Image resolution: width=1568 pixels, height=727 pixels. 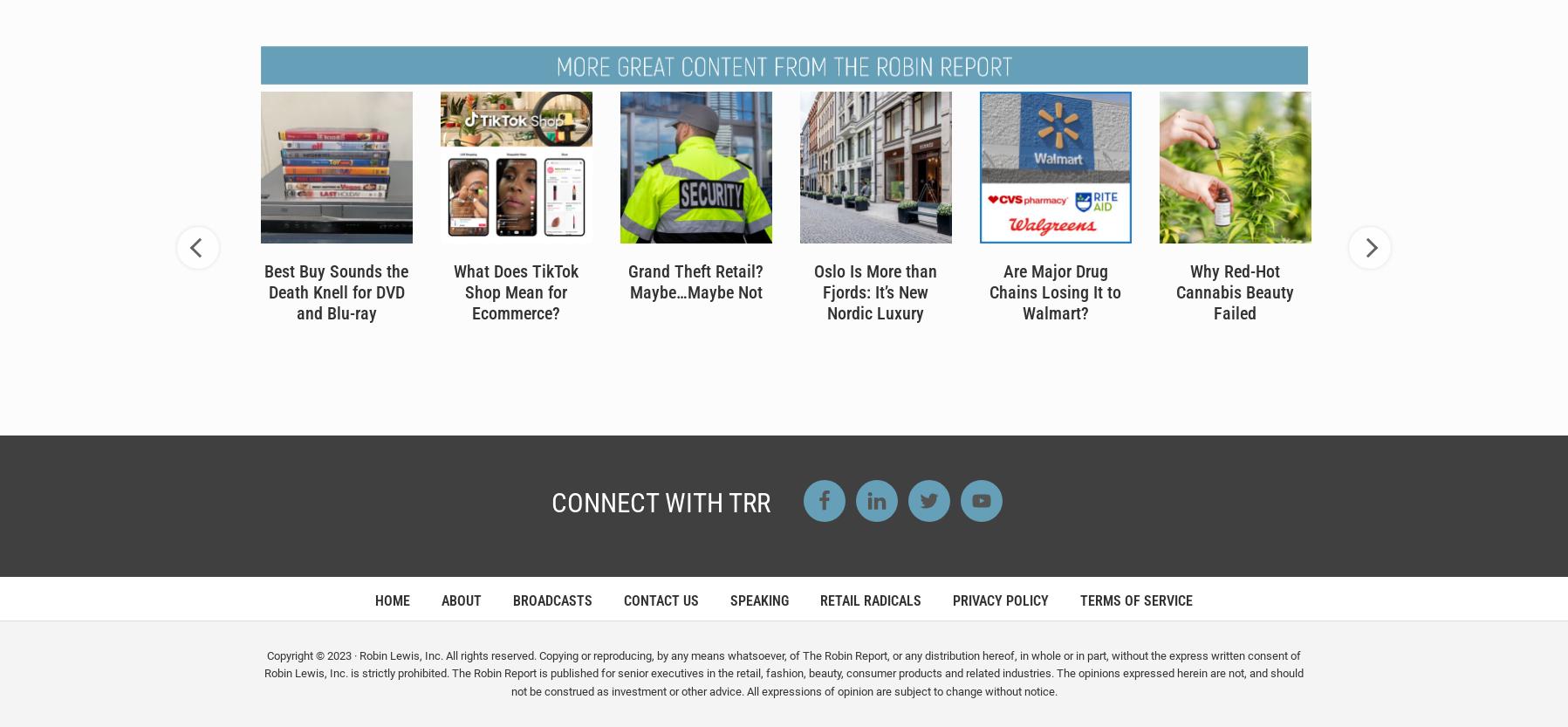 I want to click on 'Are Major Drug Chains Losing It to Walmart?', so click(x=1054, y=291).